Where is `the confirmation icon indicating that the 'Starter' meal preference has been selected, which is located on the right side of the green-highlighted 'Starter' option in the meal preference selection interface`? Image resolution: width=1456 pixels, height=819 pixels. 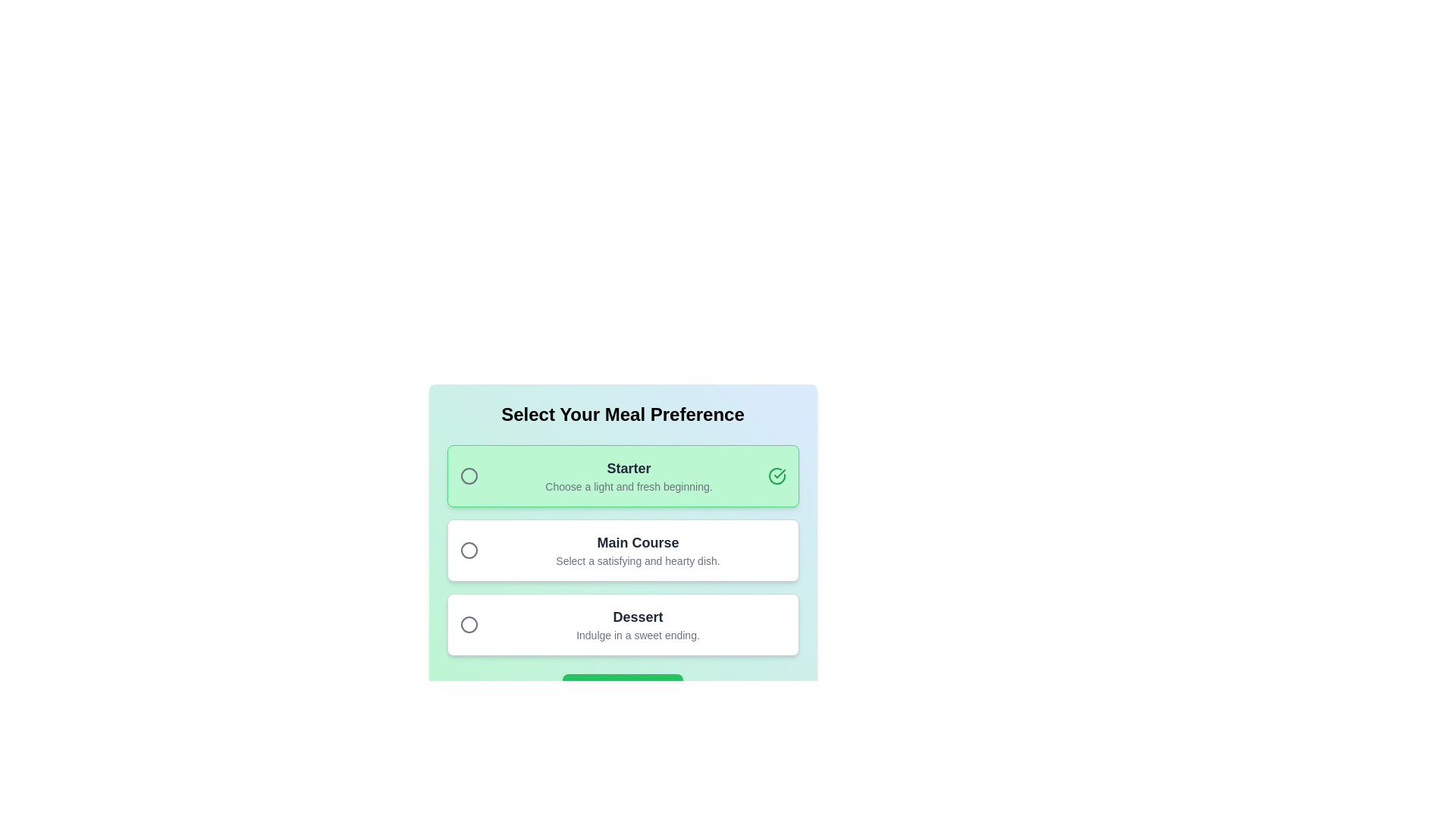
the confirmation icon indicating that the 'Starter' meal preference has been selected, which is located on the right side of the green-highlighted 'Starter' option in the meal preference selection interface is located at coordinates (779, 472).